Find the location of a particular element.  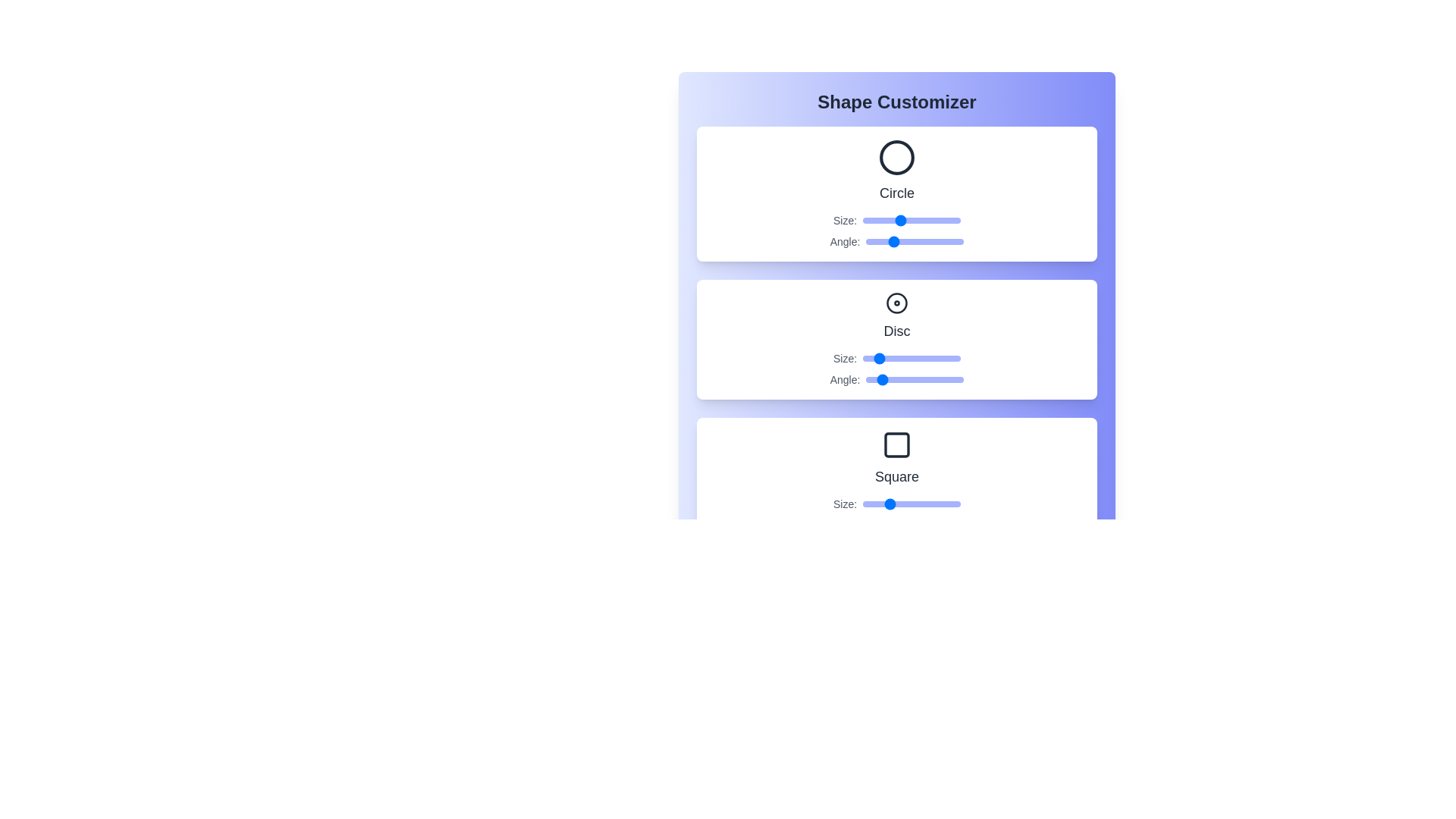

the Circle size slider to 73 is located at coordinates (927, 220).